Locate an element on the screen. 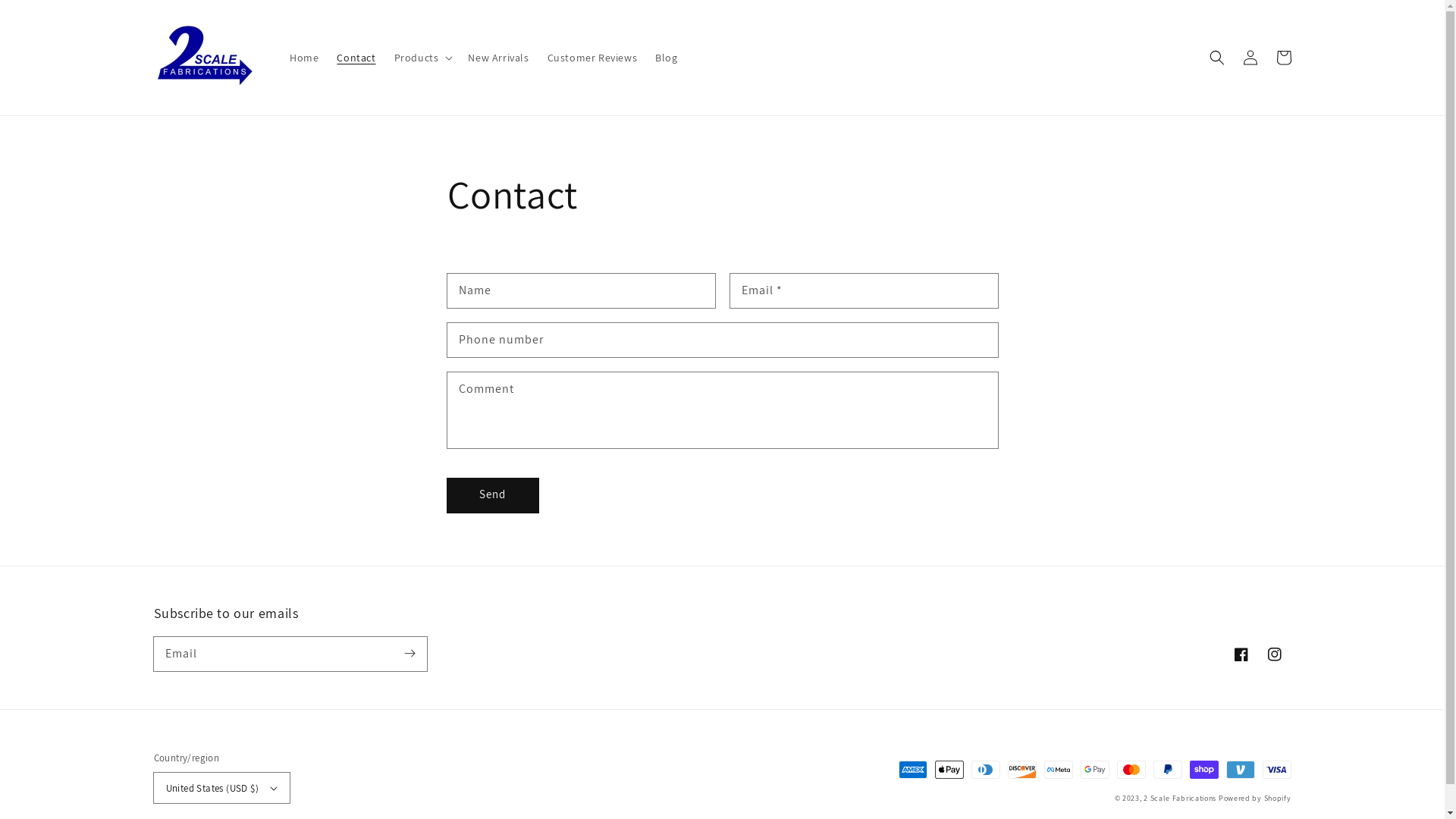  'Instagram' is located at coordinates (1274, 654).